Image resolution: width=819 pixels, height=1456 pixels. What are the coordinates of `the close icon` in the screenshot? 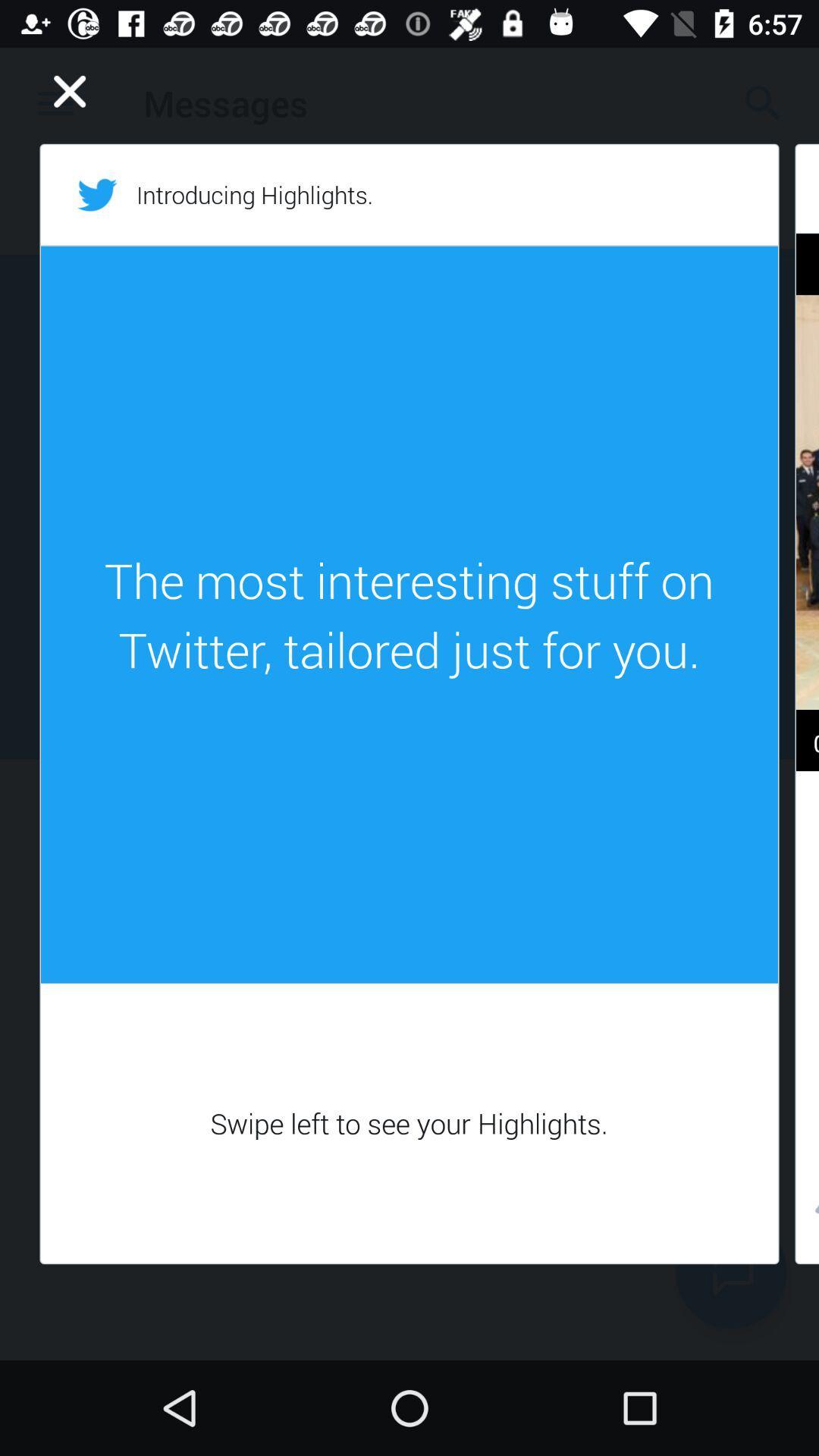 It's located at (70, 90).